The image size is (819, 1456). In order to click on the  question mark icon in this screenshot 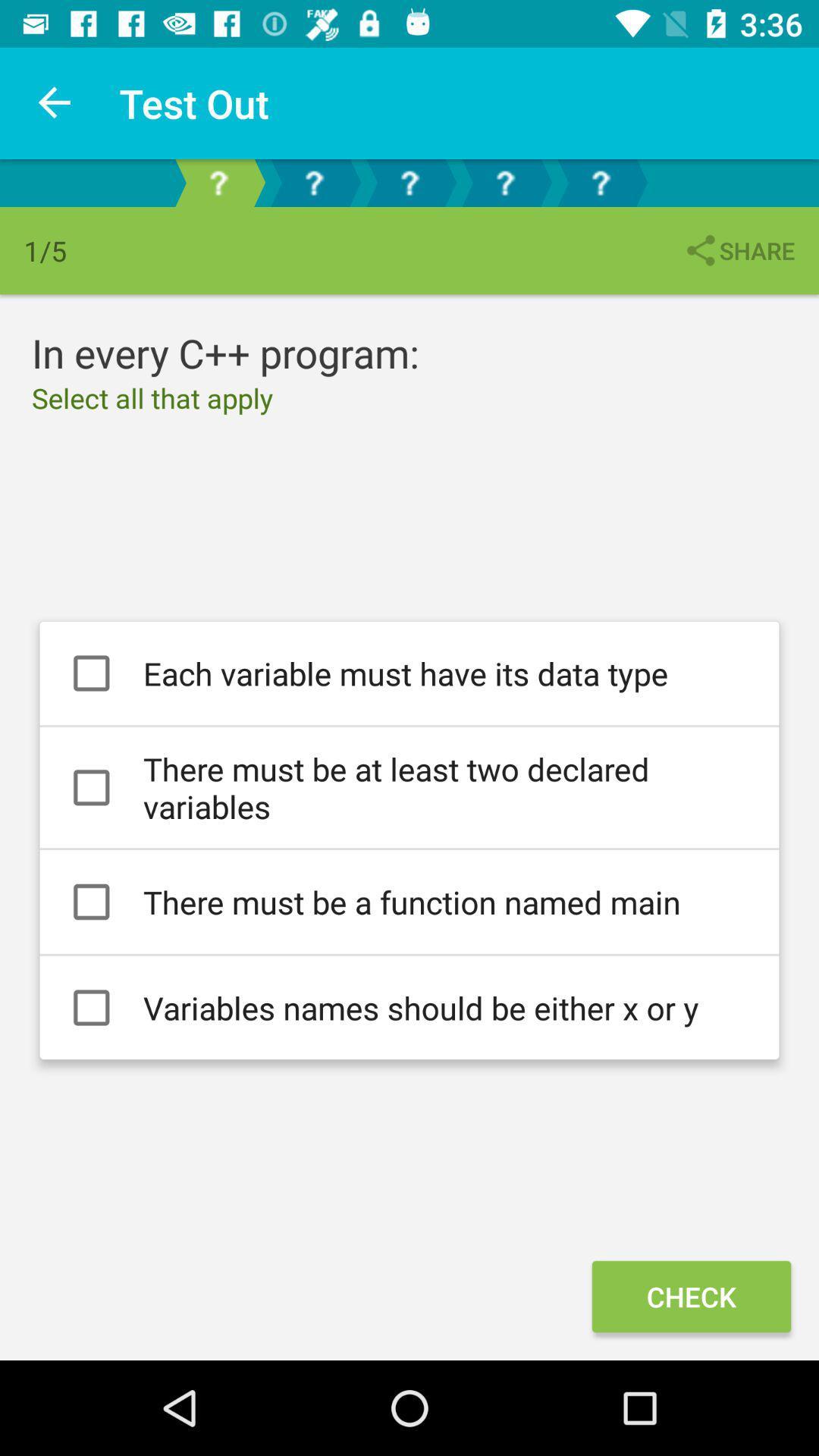, I will do `click(312, 182)`.